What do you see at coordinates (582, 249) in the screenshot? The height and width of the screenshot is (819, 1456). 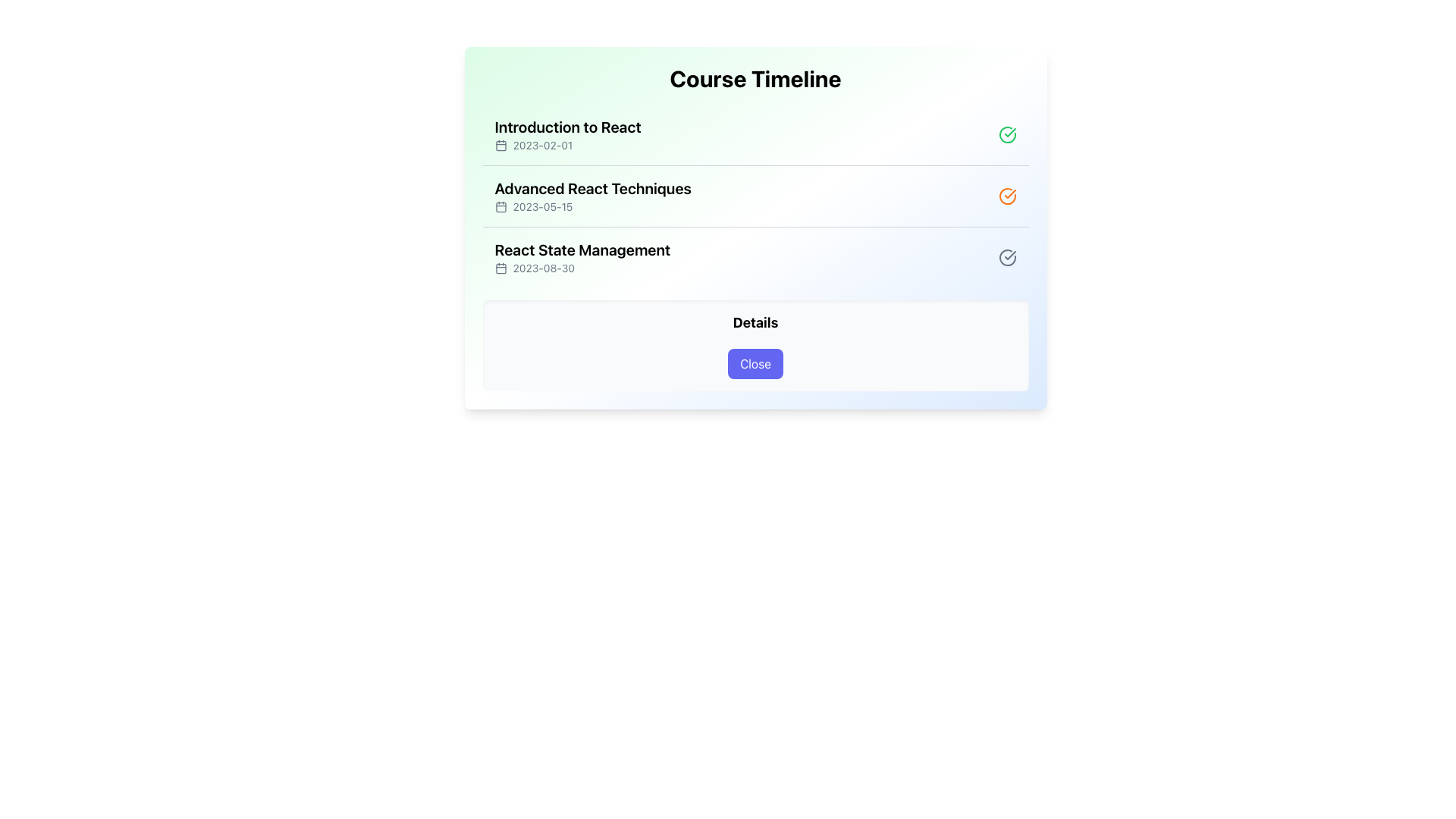 I see `the text label that reads 'React State Management', which is styled in large, bold font and positioned on the third row of the timeline, directly above the date '2023-08-30'` at bounding box center [582, 249].